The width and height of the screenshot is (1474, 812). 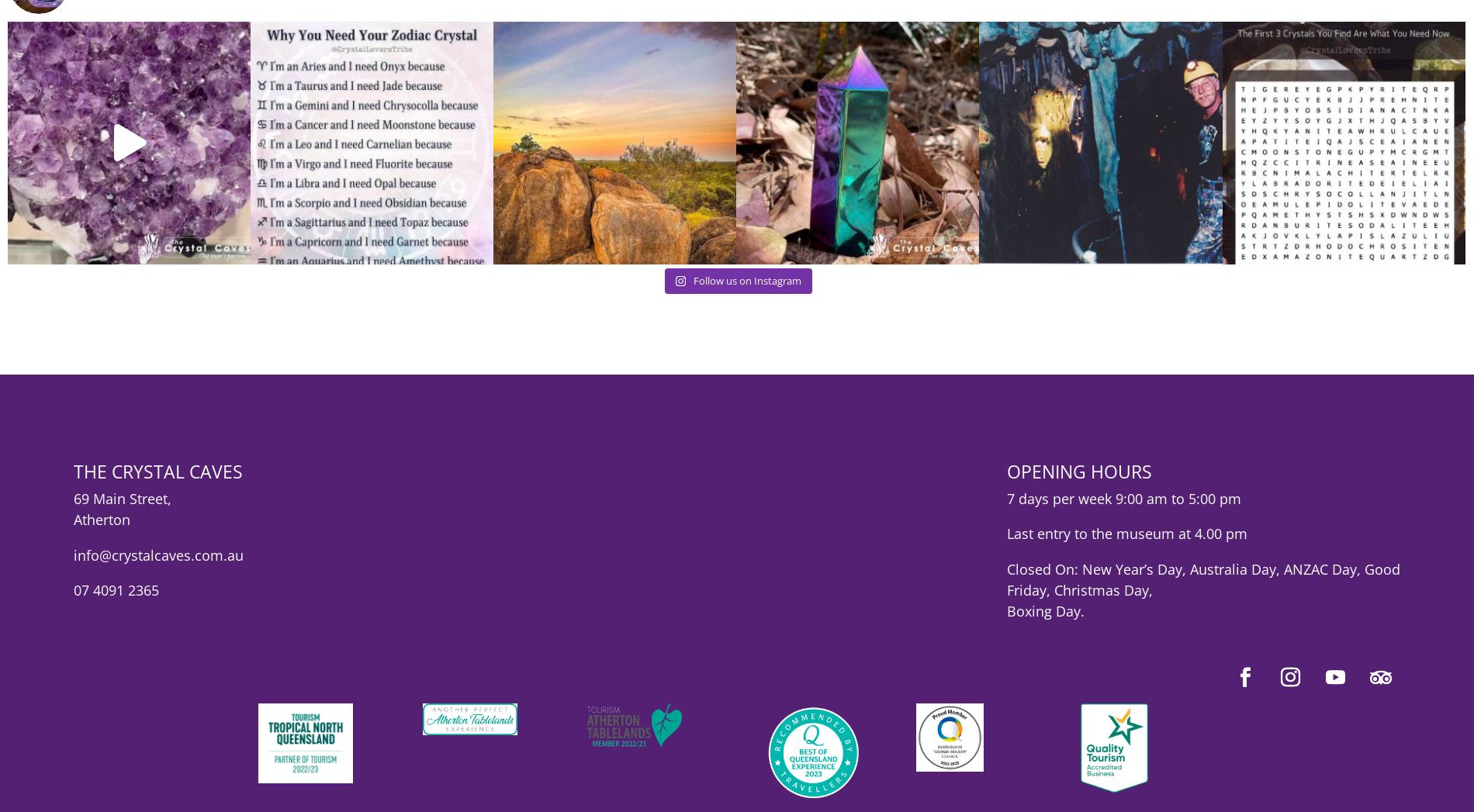 I want to click on 'Boxing Day.', so click(x=1043, y=622).